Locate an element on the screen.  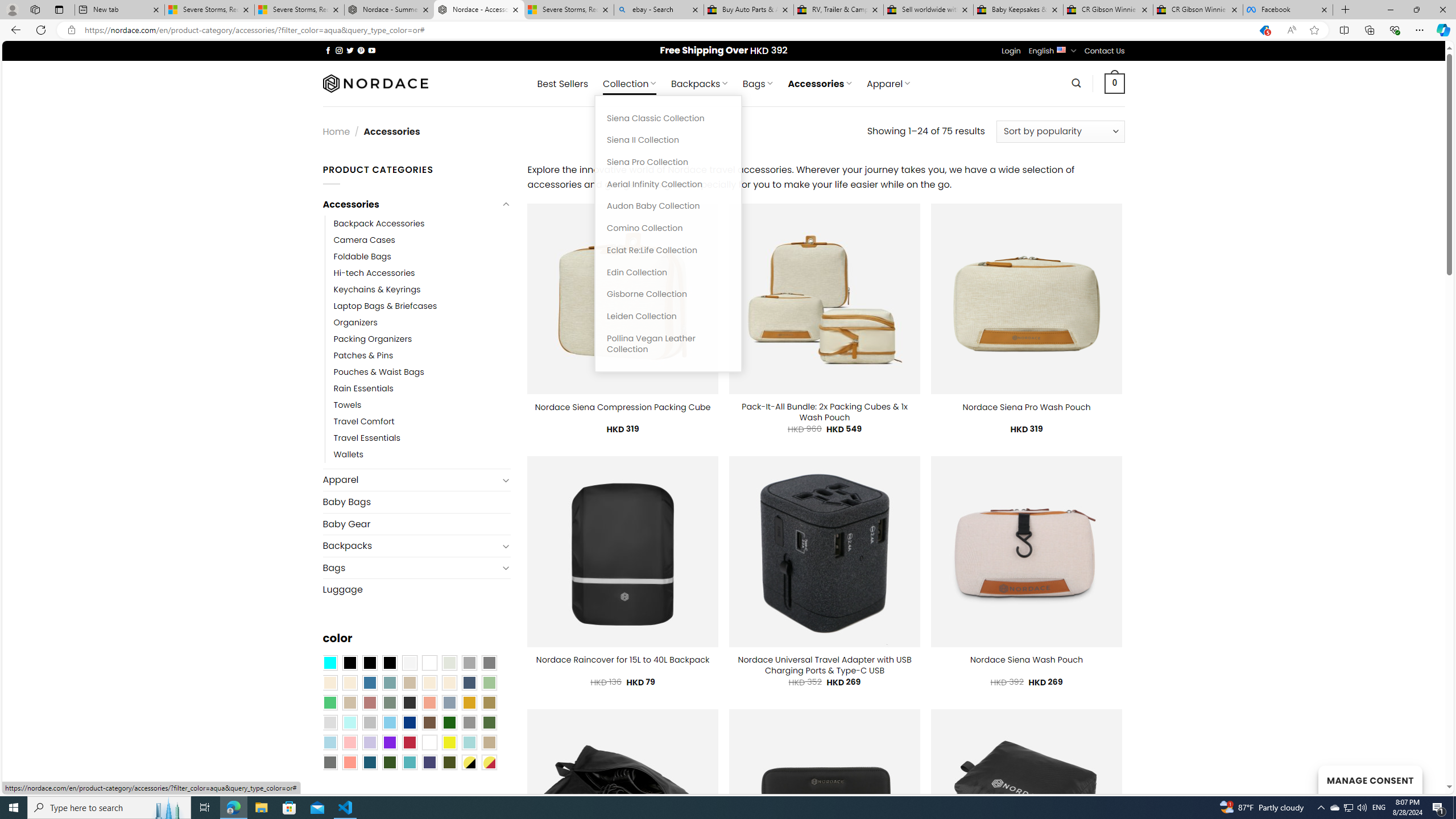
'Backpack Accessories' is located at coordinates (421, 222).